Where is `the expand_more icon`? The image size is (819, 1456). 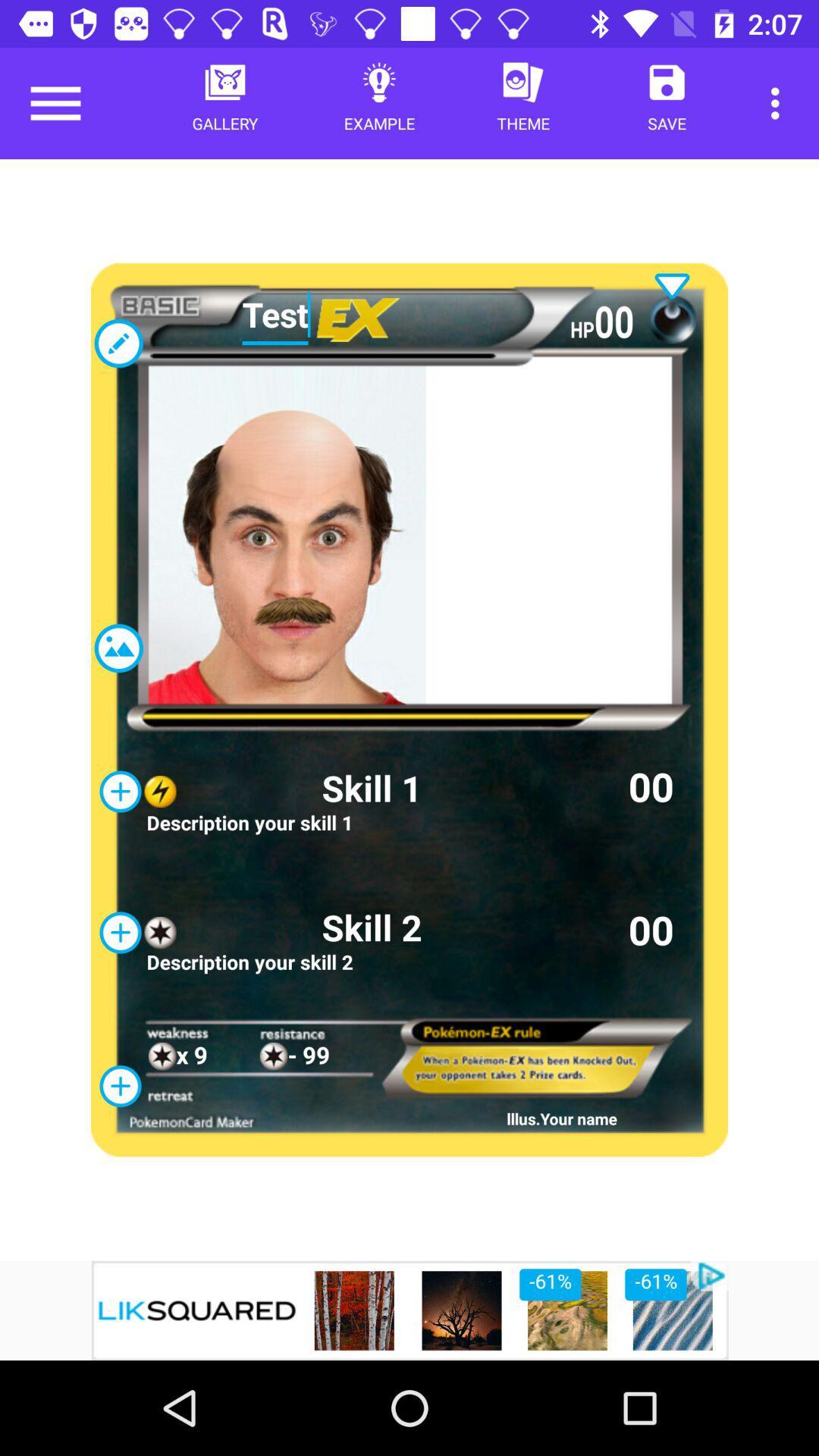
the expand_more icon is located at coordinates (671, 286).